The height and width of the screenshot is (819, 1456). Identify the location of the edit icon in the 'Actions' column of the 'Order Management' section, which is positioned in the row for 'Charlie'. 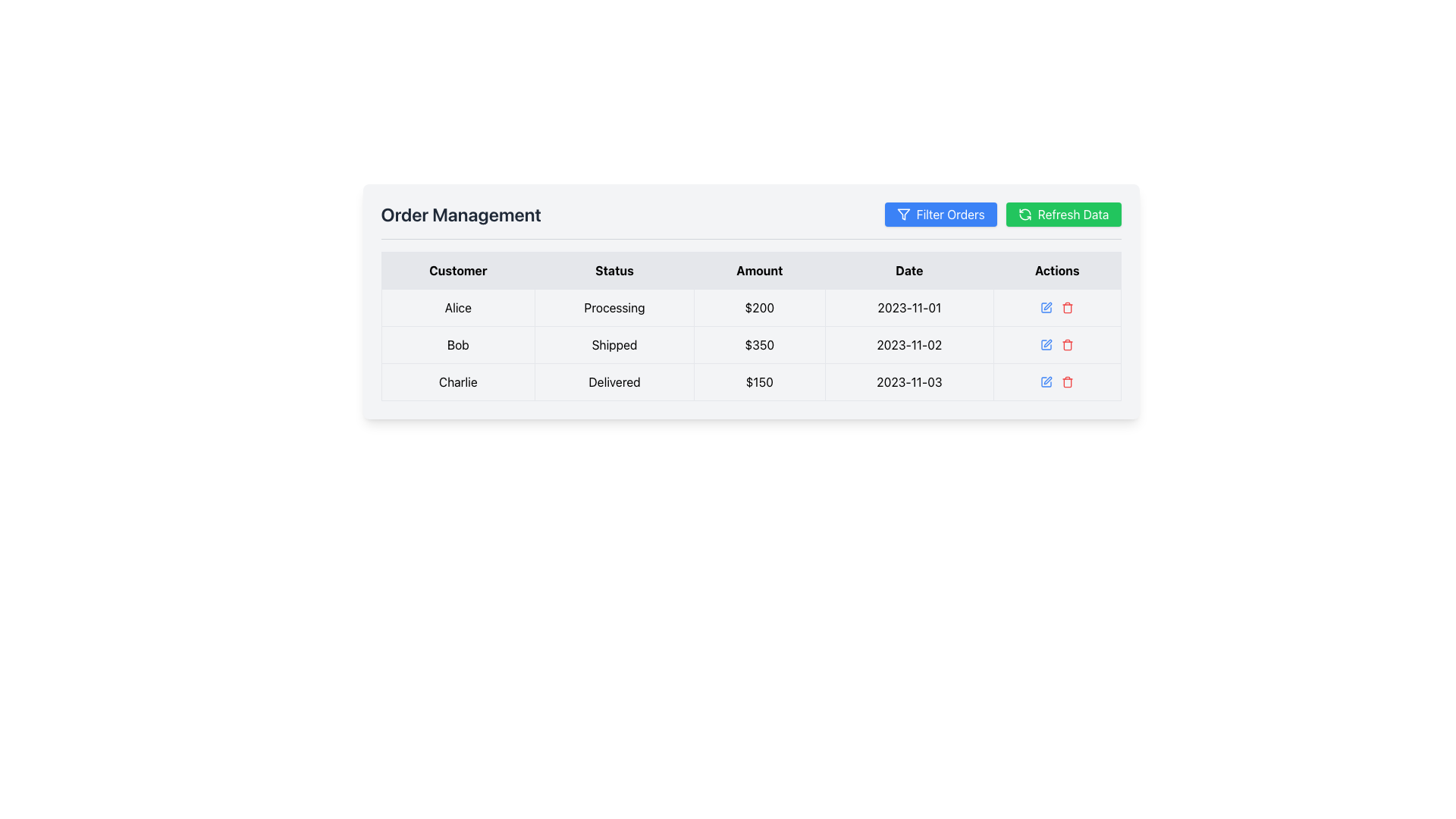
(1047, 379).